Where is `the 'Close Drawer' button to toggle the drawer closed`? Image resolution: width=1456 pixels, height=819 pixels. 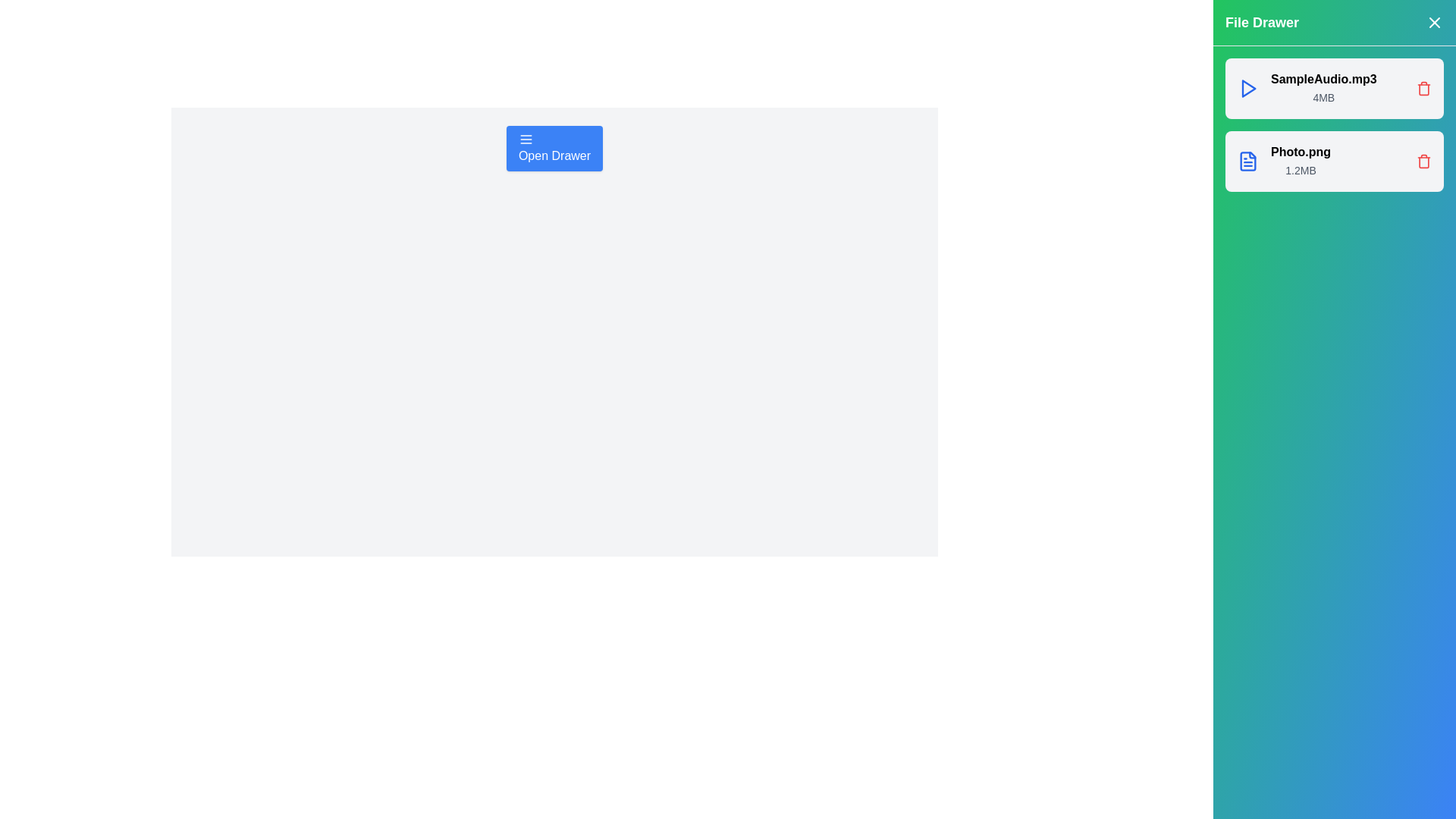 the 'Close Drawer' button to toggle the drawer closed is located at coordinates (1433, 23).